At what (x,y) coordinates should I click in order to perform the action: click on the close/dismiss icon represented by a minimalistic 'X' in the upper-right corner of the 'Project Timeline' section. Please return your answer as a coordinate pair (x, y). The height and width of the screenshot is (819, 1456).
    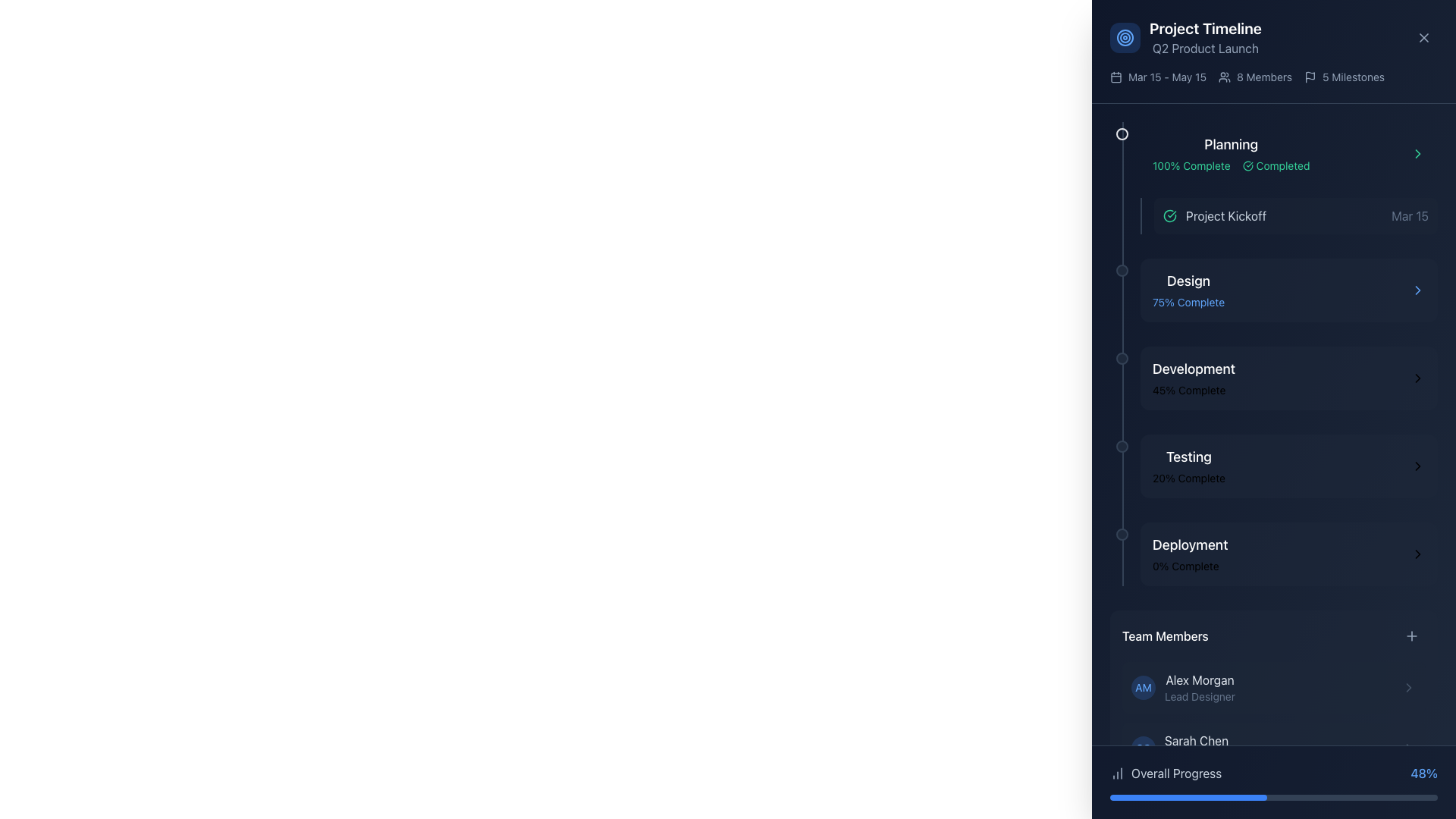
    Looking at the image, I should click on (1423, 37).